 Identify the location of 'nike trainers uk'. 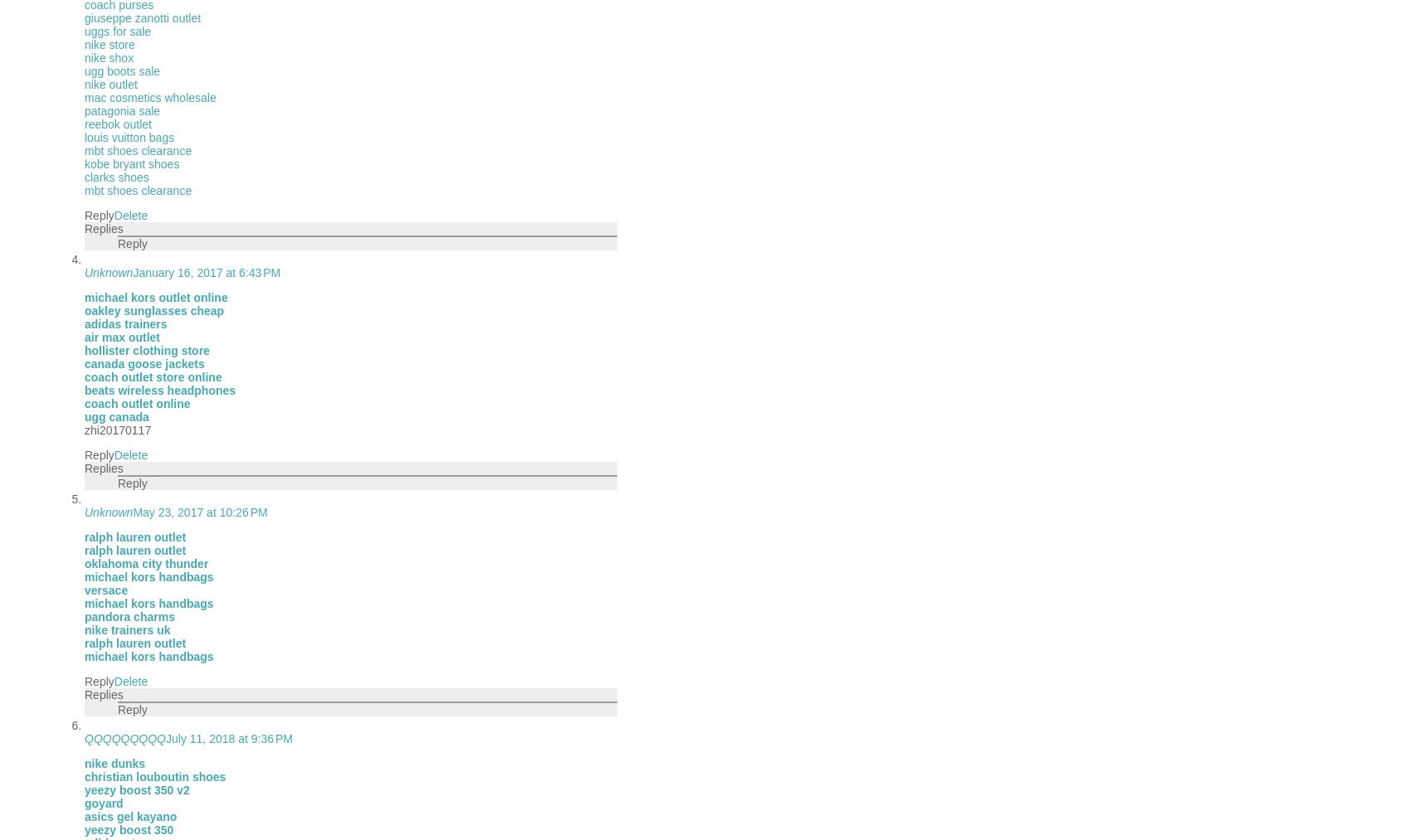
(127, 629).